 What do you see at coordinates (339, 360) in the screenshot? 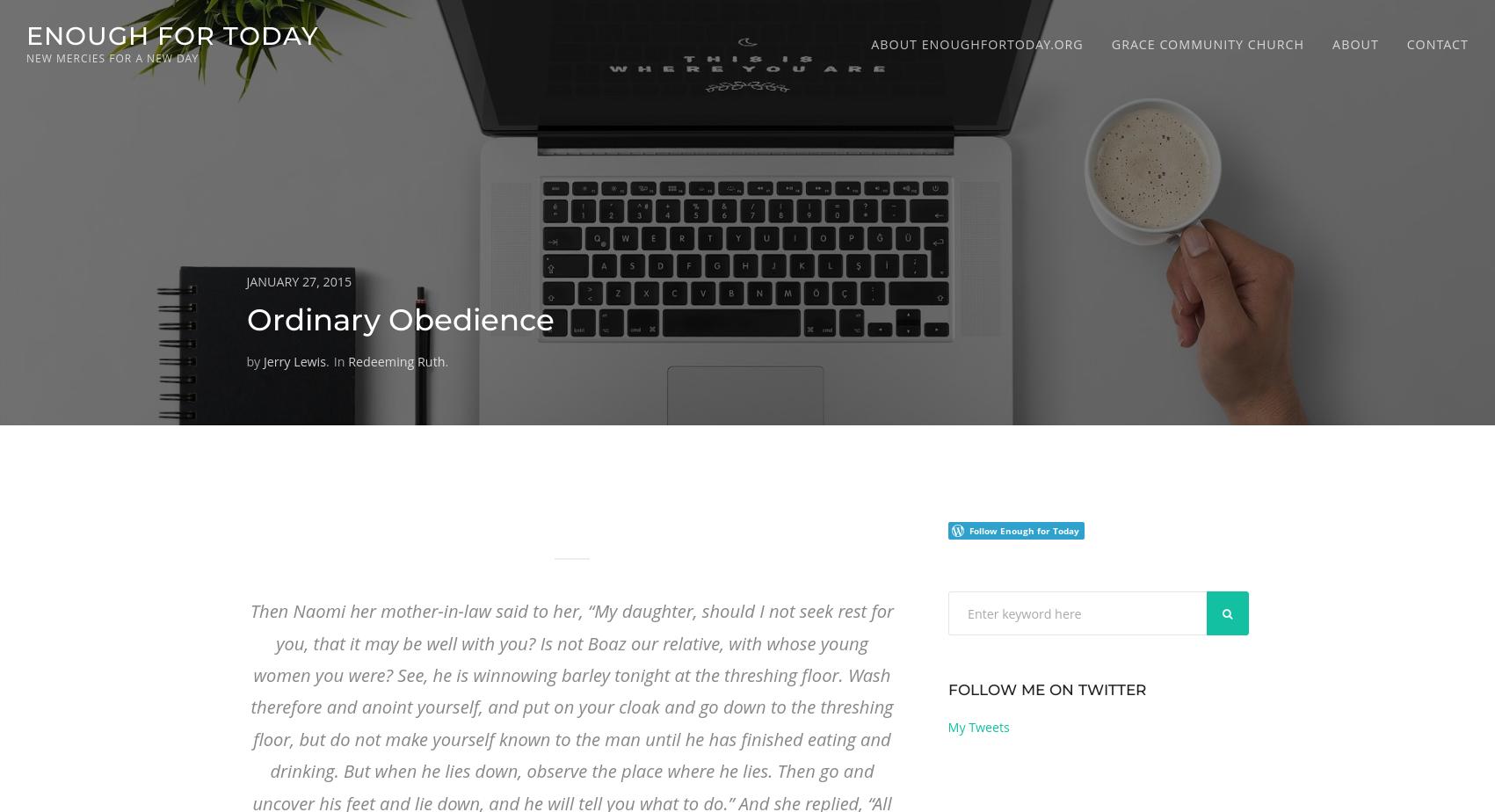
I see `'In'` at bounding box center [339, 360].